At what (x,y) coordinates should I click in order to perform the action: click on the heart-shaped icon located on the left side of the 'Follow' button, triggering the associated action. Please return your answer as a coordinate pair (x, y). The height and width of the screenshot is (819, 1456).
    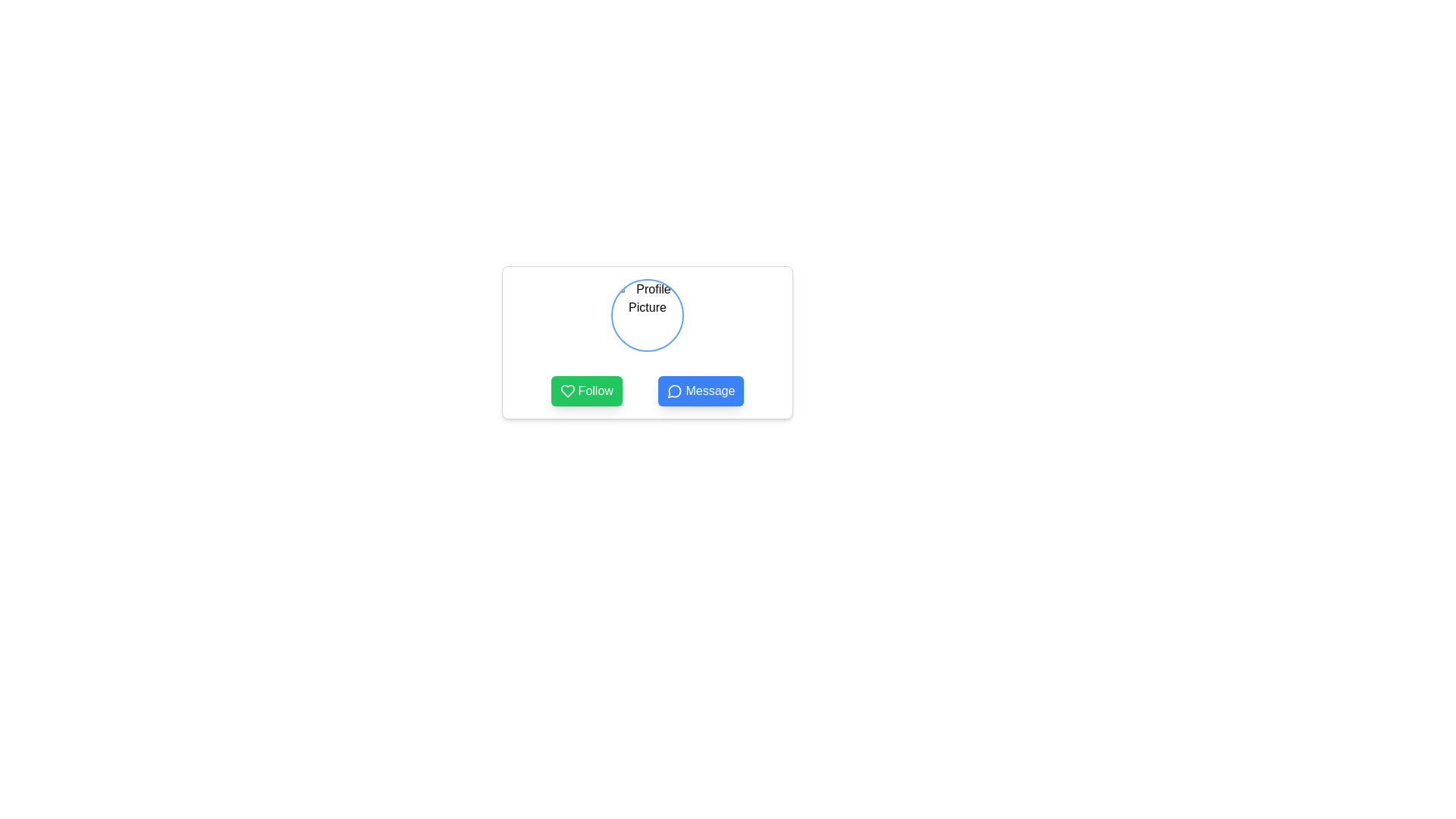
    Looking at the image, I should click on (566, 391).